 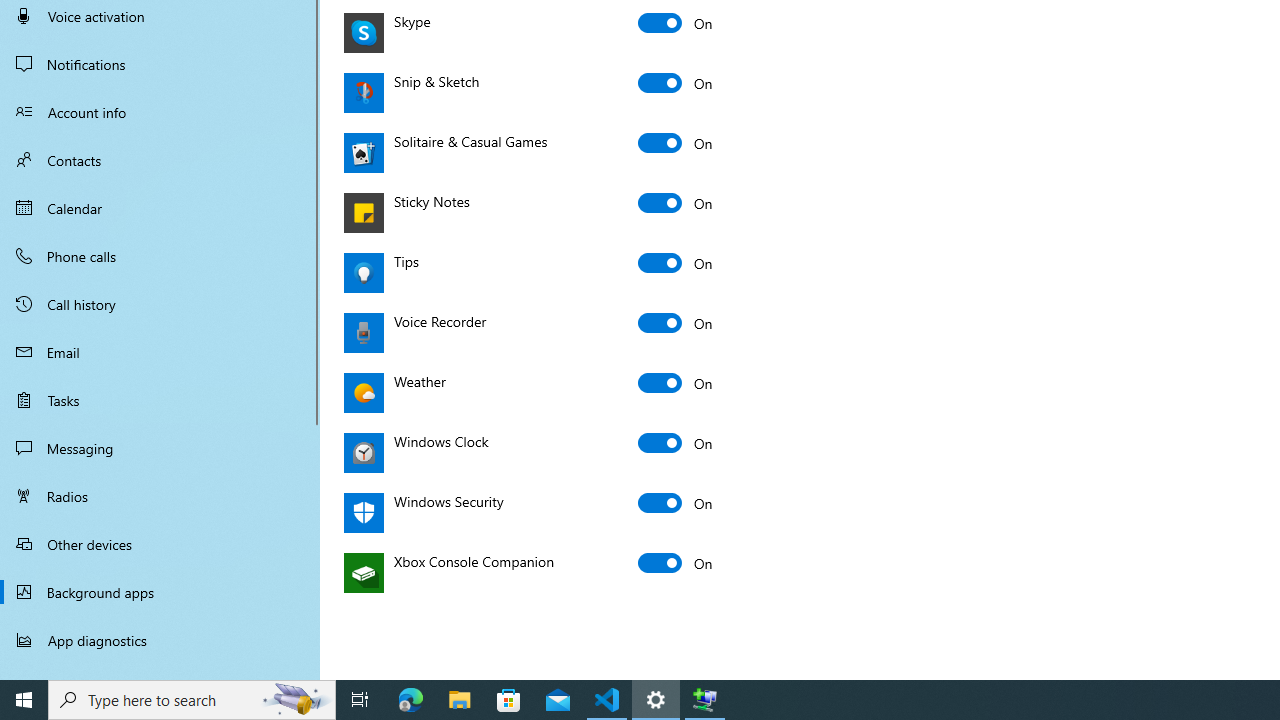 I want to click on 'Notifications', so click(x=160, y=63).